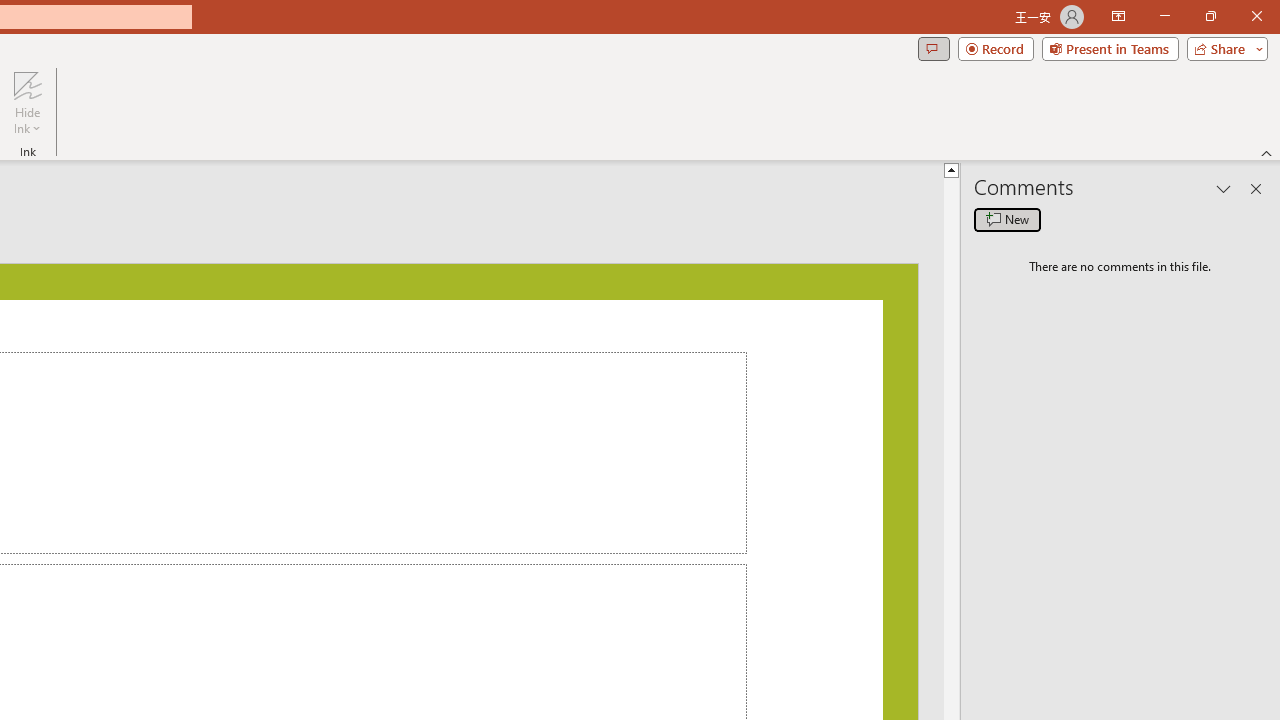 This screenshot has height=720, width=1280. Describe the element at coordinates (27, 84) in the screenshot. I see `'Hide Ink'` at that location.